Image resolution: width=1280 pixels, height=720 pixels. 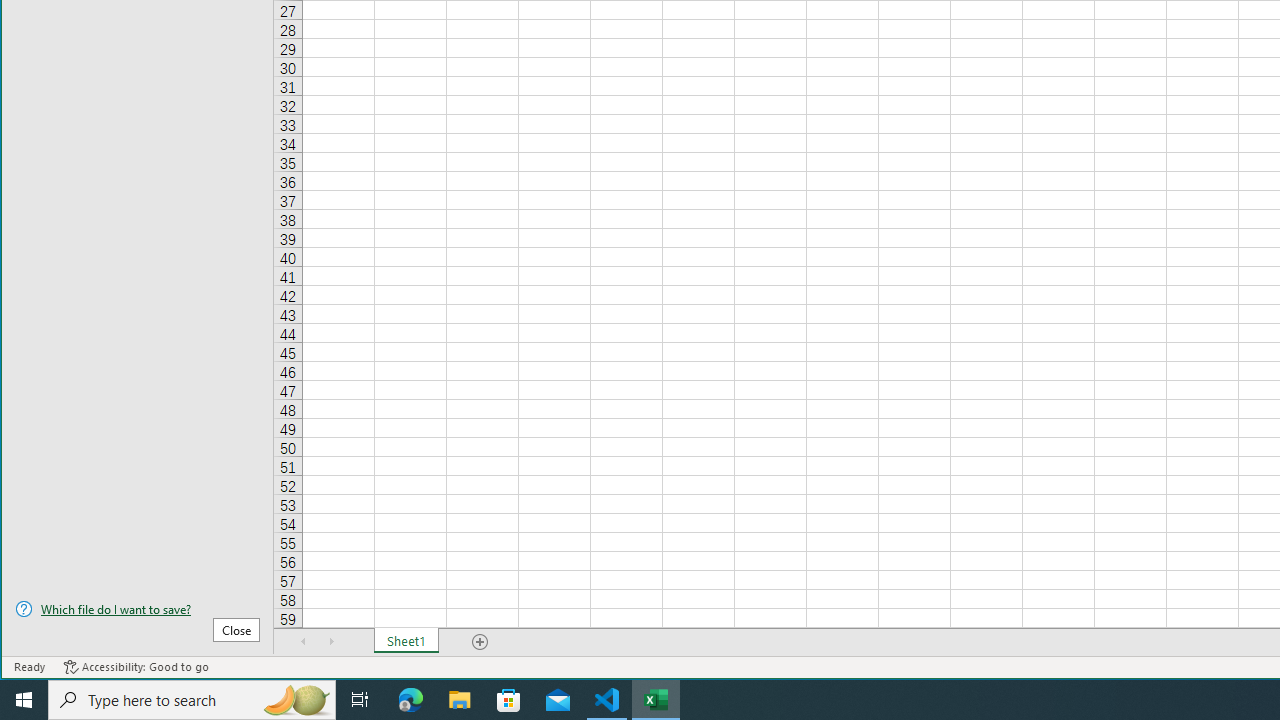 What do you see at coordinates (192, 698) in the screenshot?
I see `'Type here to search'` at bounding box center [192, 698].